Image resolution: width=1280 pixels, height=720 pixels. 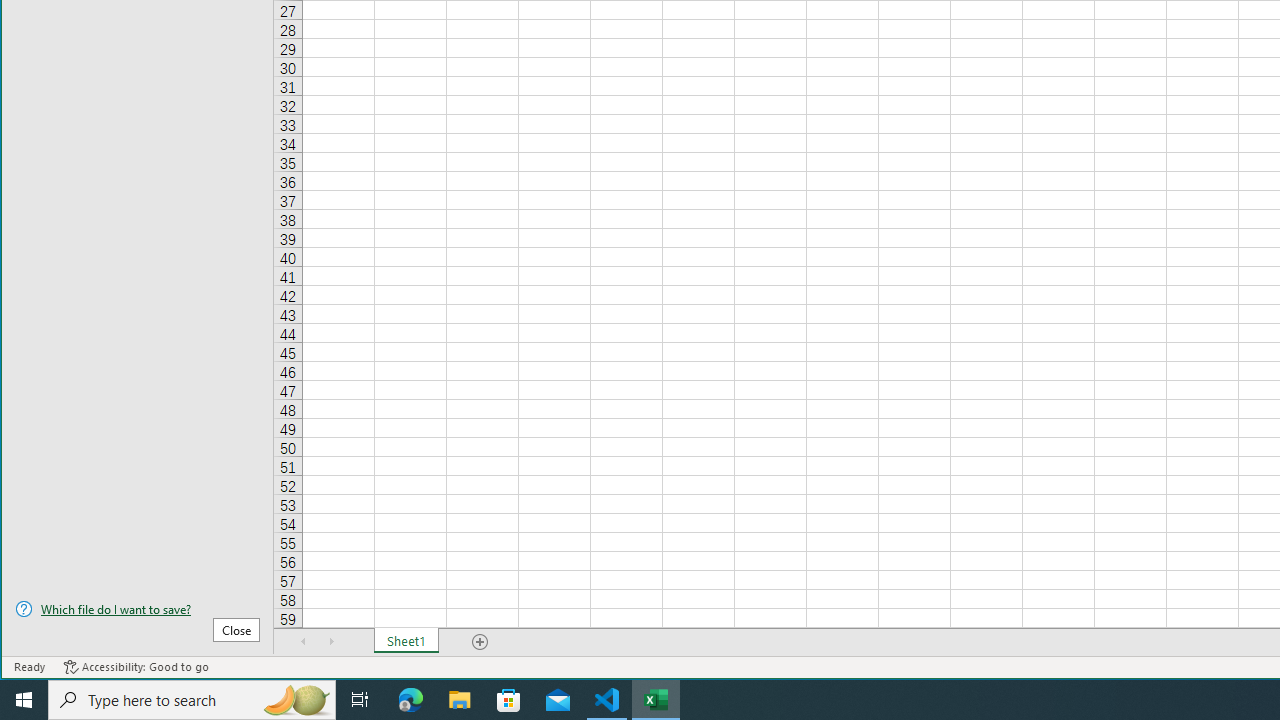 What do you see at coordinates (192, 698) in the screenshot?
I see `'Type here to search'` at bounding box center [192, 698].